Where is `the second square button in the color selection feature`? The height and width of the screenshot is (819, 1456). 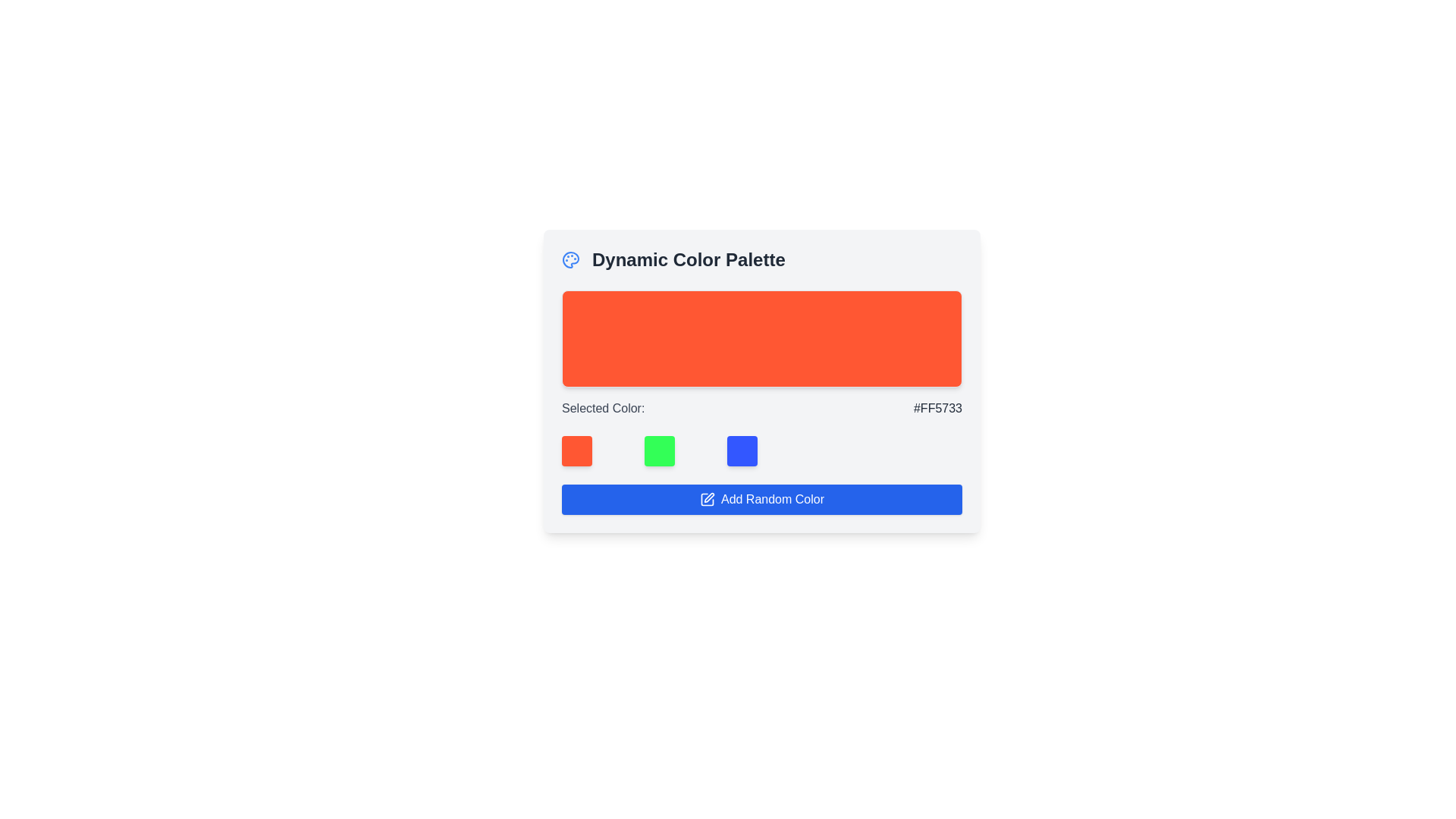 the second square button in the color selection feature is located at coordinates (659, 450).